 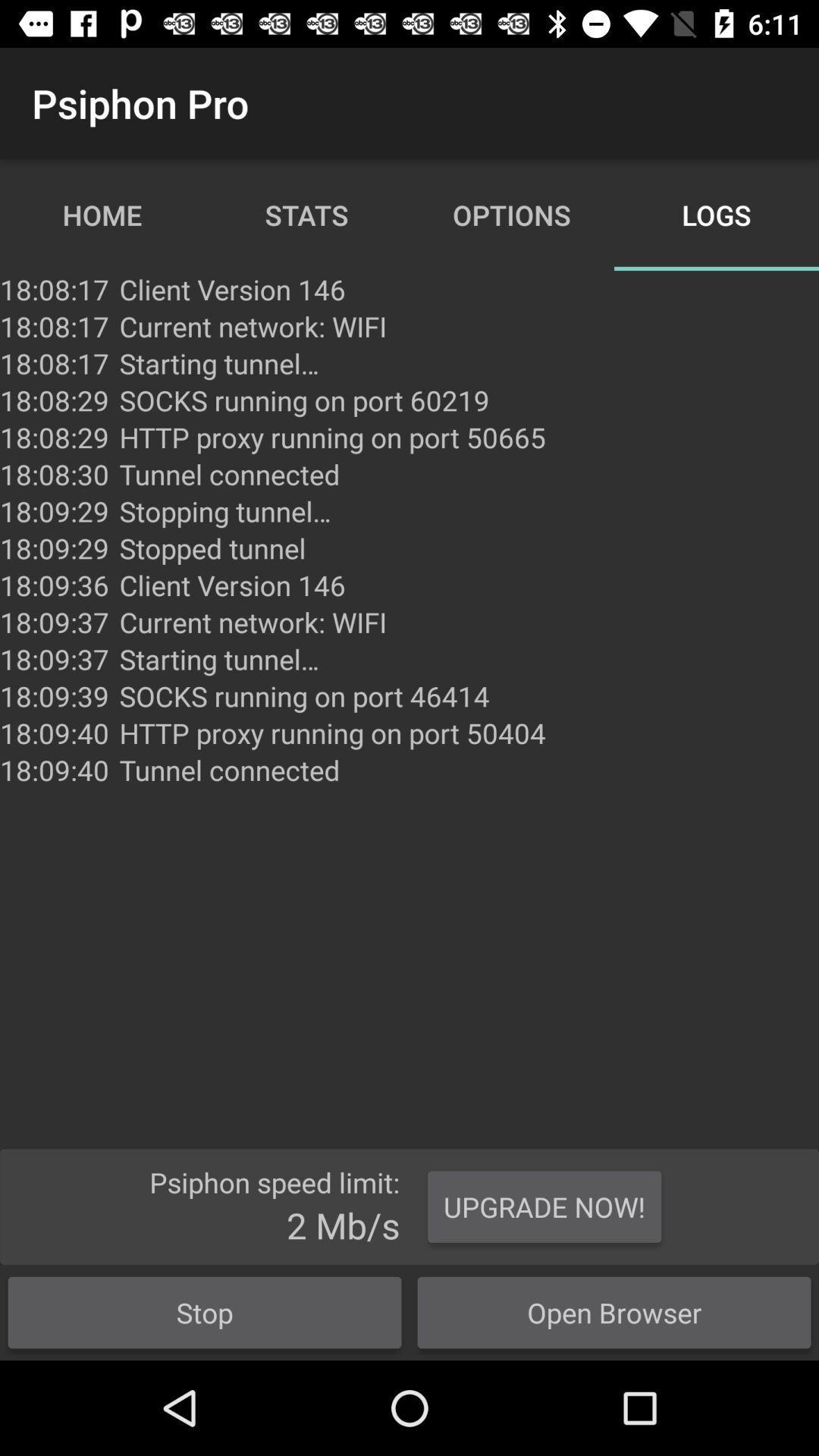 I want to click on the upgrade now!, so click(x=544, y=1206).